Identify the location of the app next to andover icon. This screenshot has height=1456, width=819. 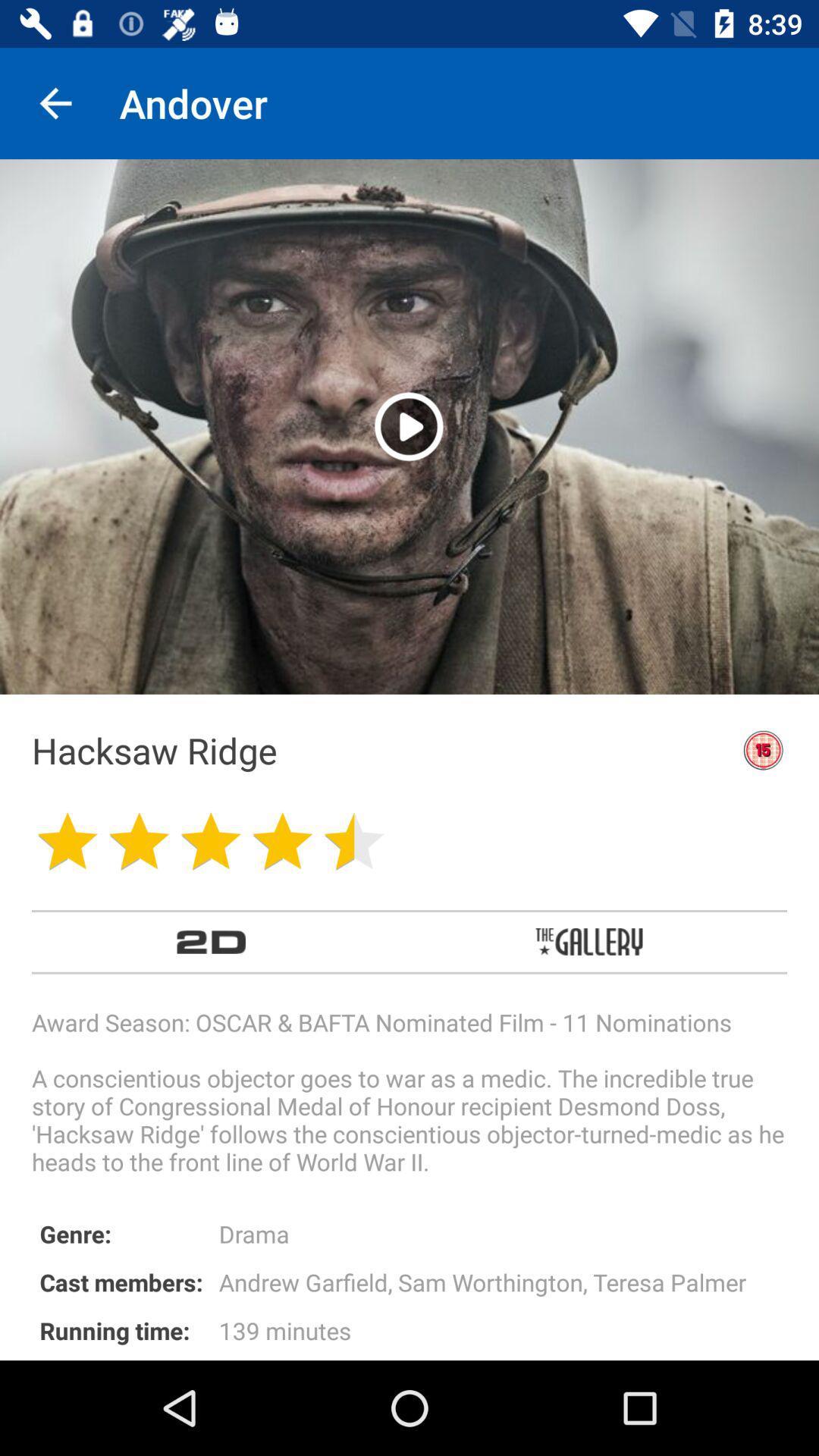
(55, 102).